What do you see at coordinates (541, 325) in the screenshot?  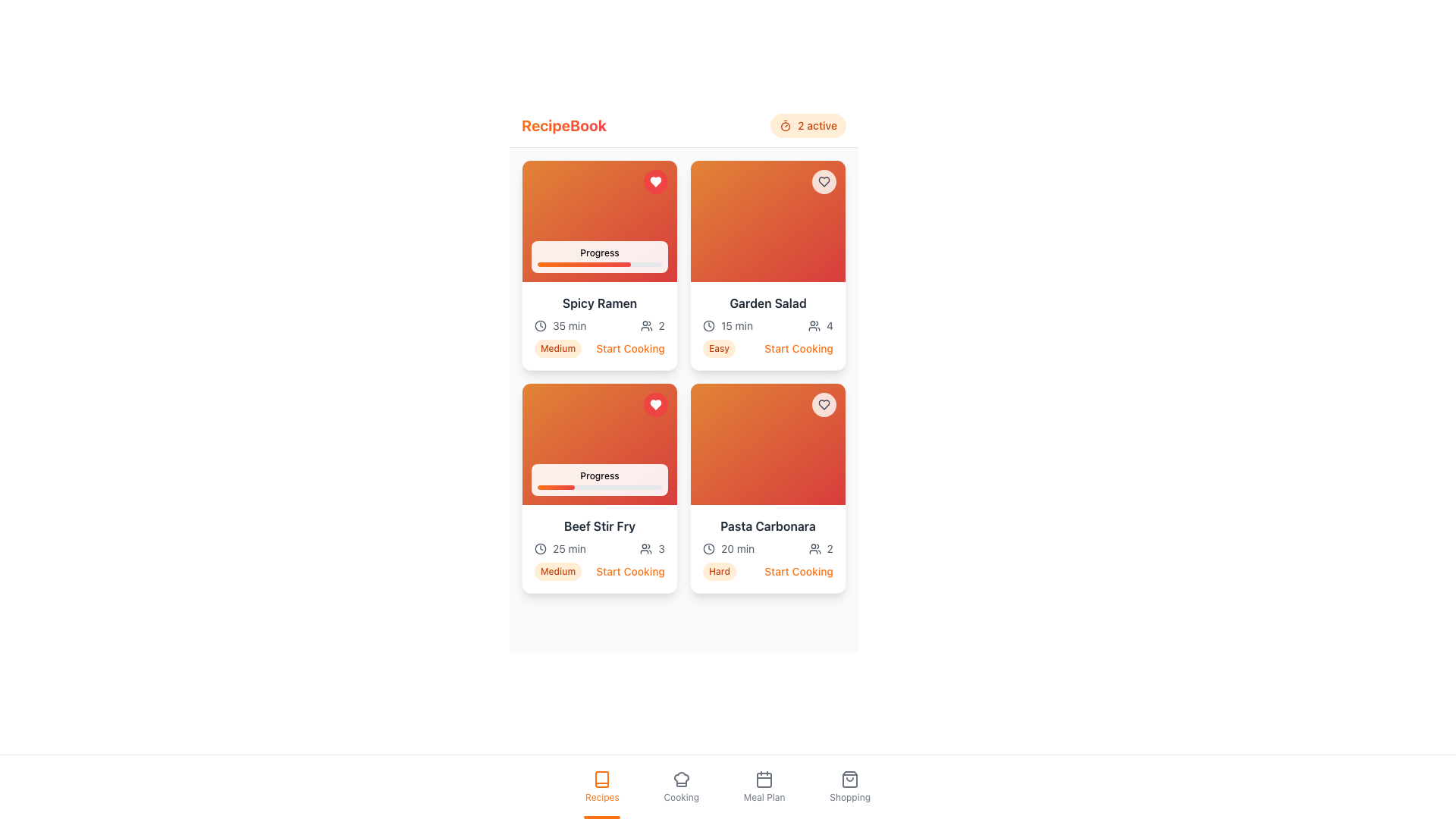 I see `clock icon SVG located within the 'Spicy Ramen' card, positioned to the left of the text '35 min.'` at bounding box center [541, 325].